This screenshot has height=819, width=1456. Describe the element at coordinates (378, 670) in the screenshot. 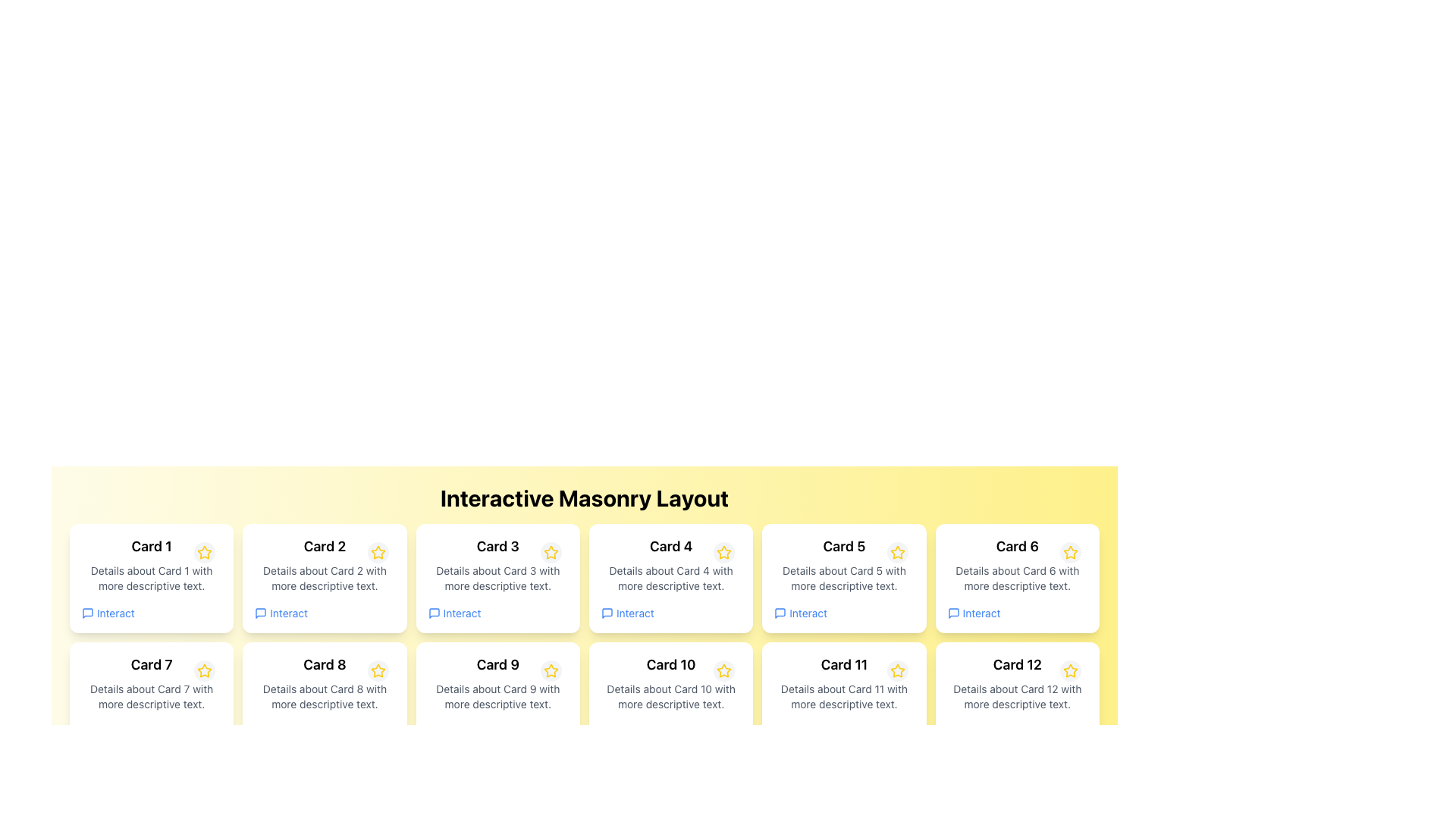

I see `the 'favorite' button in the top-right corner of 'Card 8'` at that location.